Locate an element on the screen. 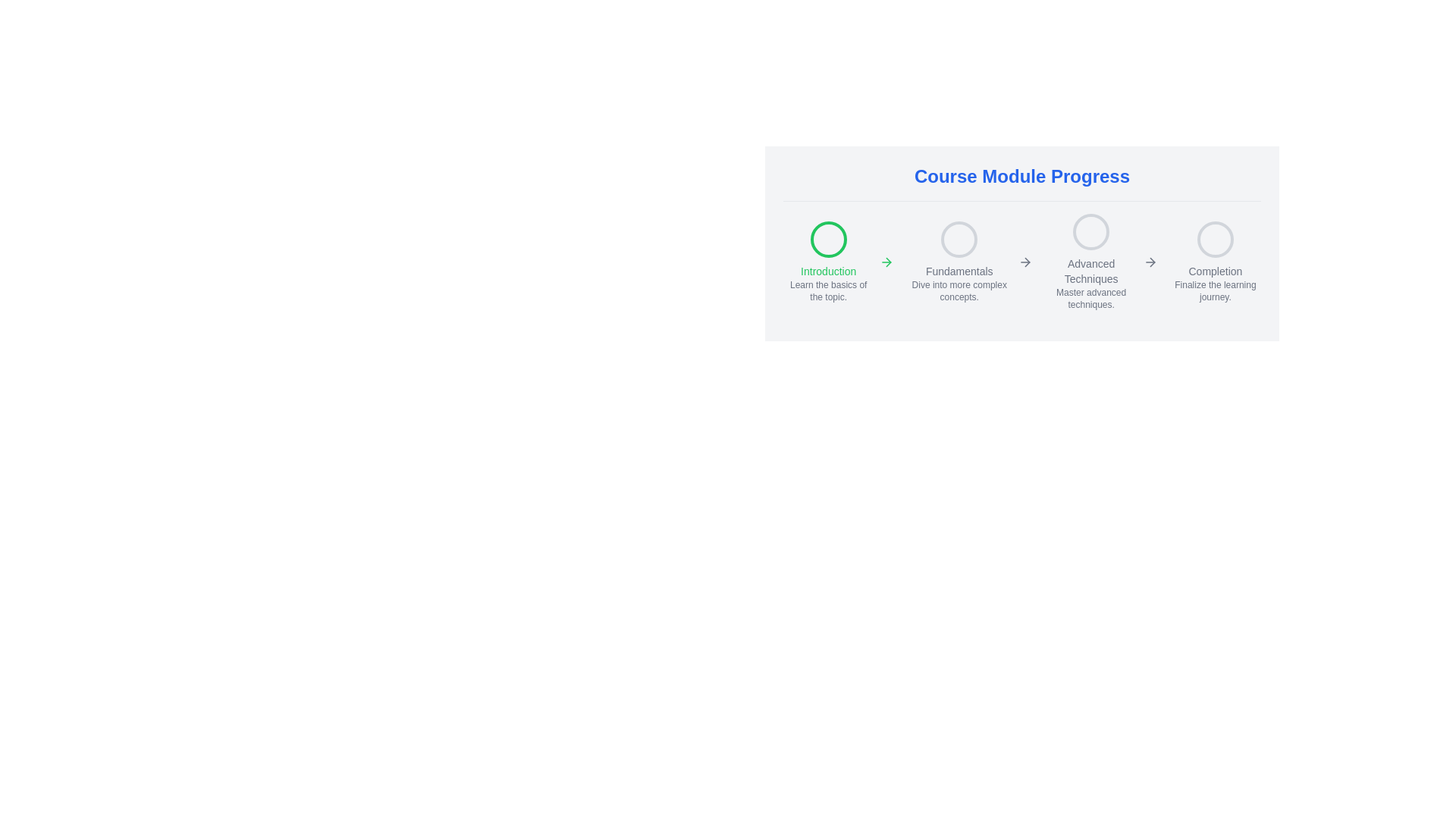 The image size is (1456, 819). the 'Fundamentals' informational module step, which is the second in a horizontal sequence of modules is located at coordinates (959, 262).